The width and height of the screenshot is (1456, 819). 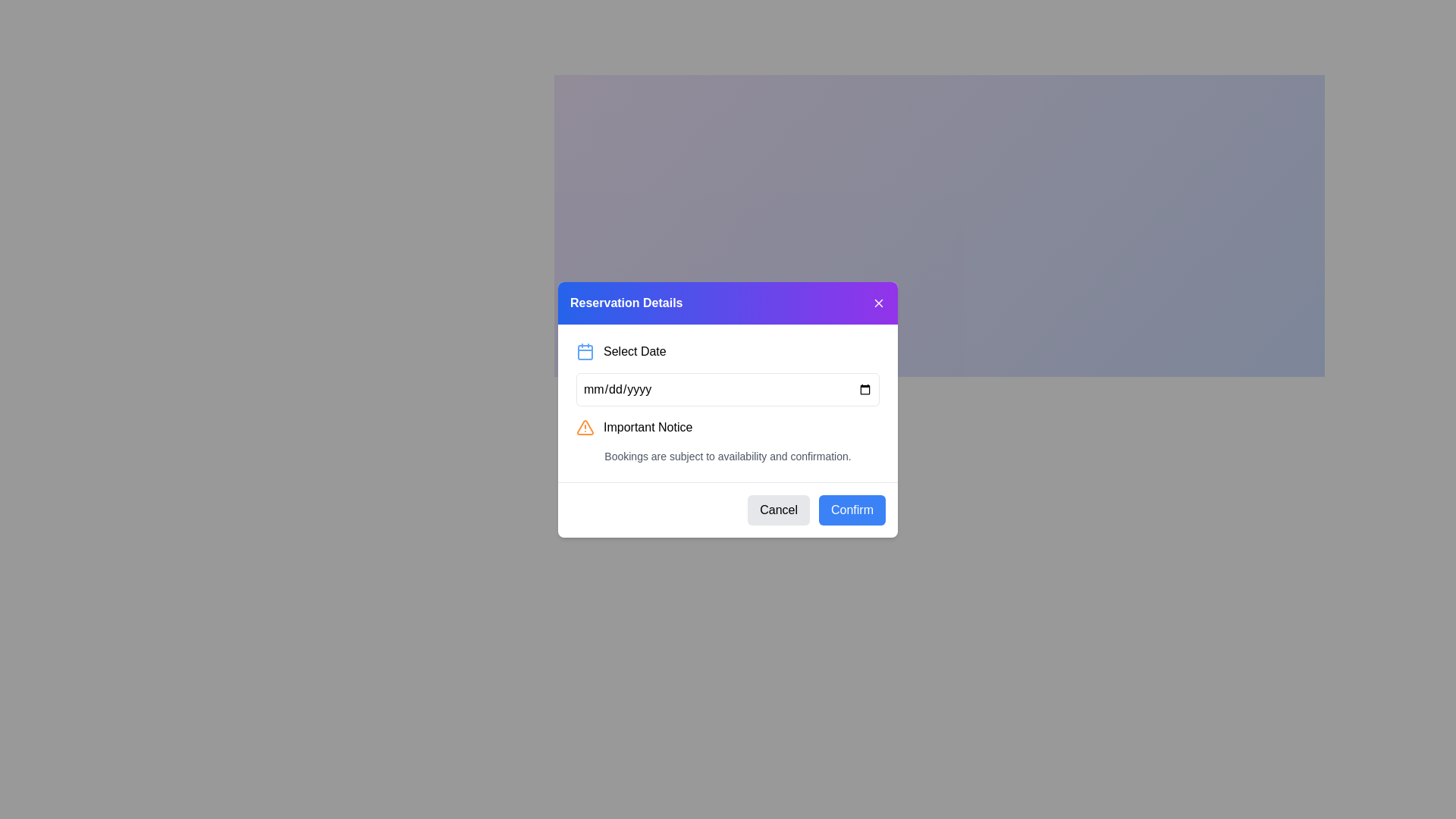 What do you see at coordinates (585, 427) in the screenshot?
I see `the visual indicator icon located in the middle section of the 'Reservation Details' modal dialog, which is positioned below the date selection field and above the 'Important Notice' text` at bounding box center [585, 427].